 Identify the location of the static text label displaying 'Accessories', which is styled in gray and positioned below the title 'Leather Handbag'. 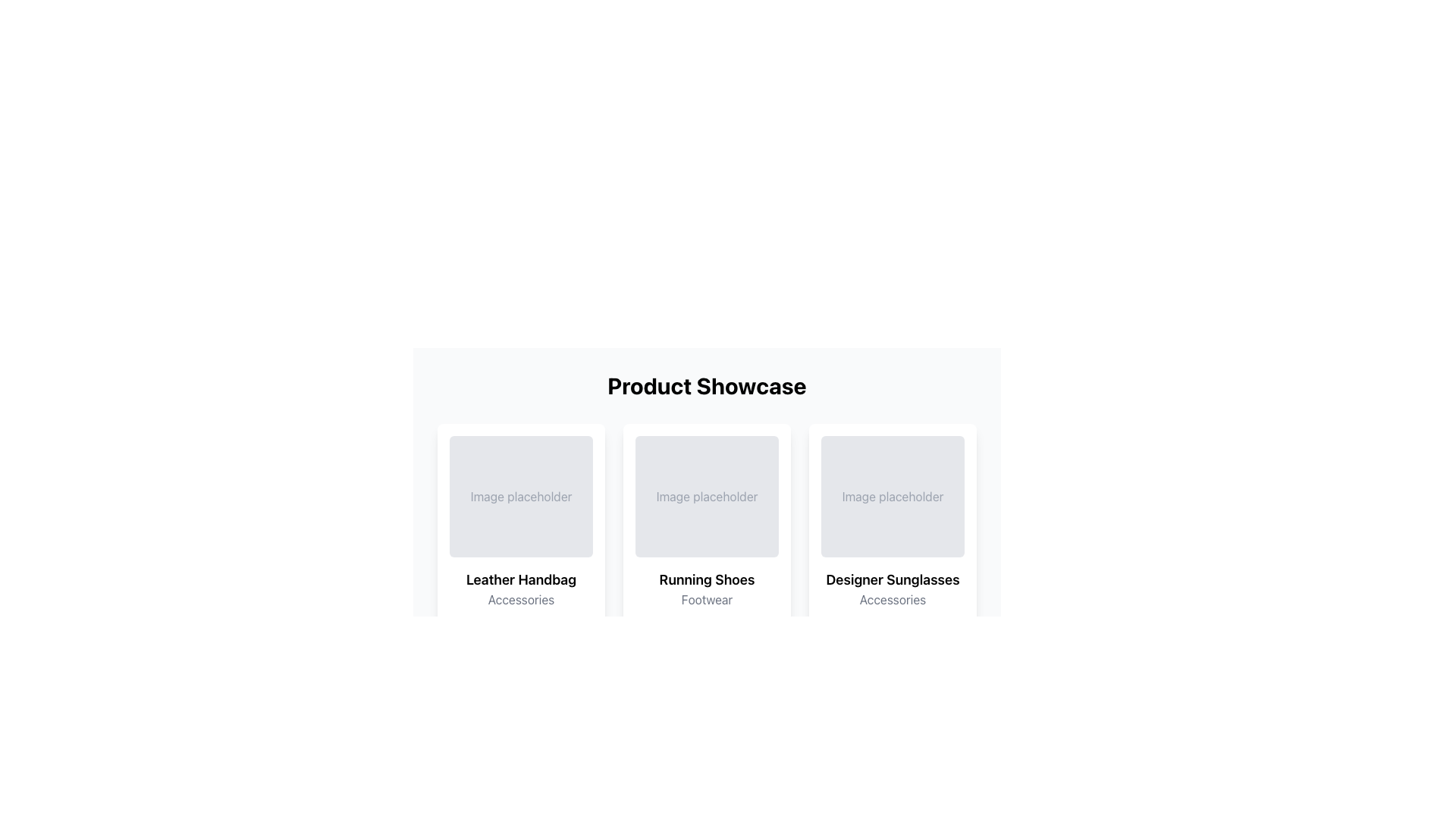
(521, 598).